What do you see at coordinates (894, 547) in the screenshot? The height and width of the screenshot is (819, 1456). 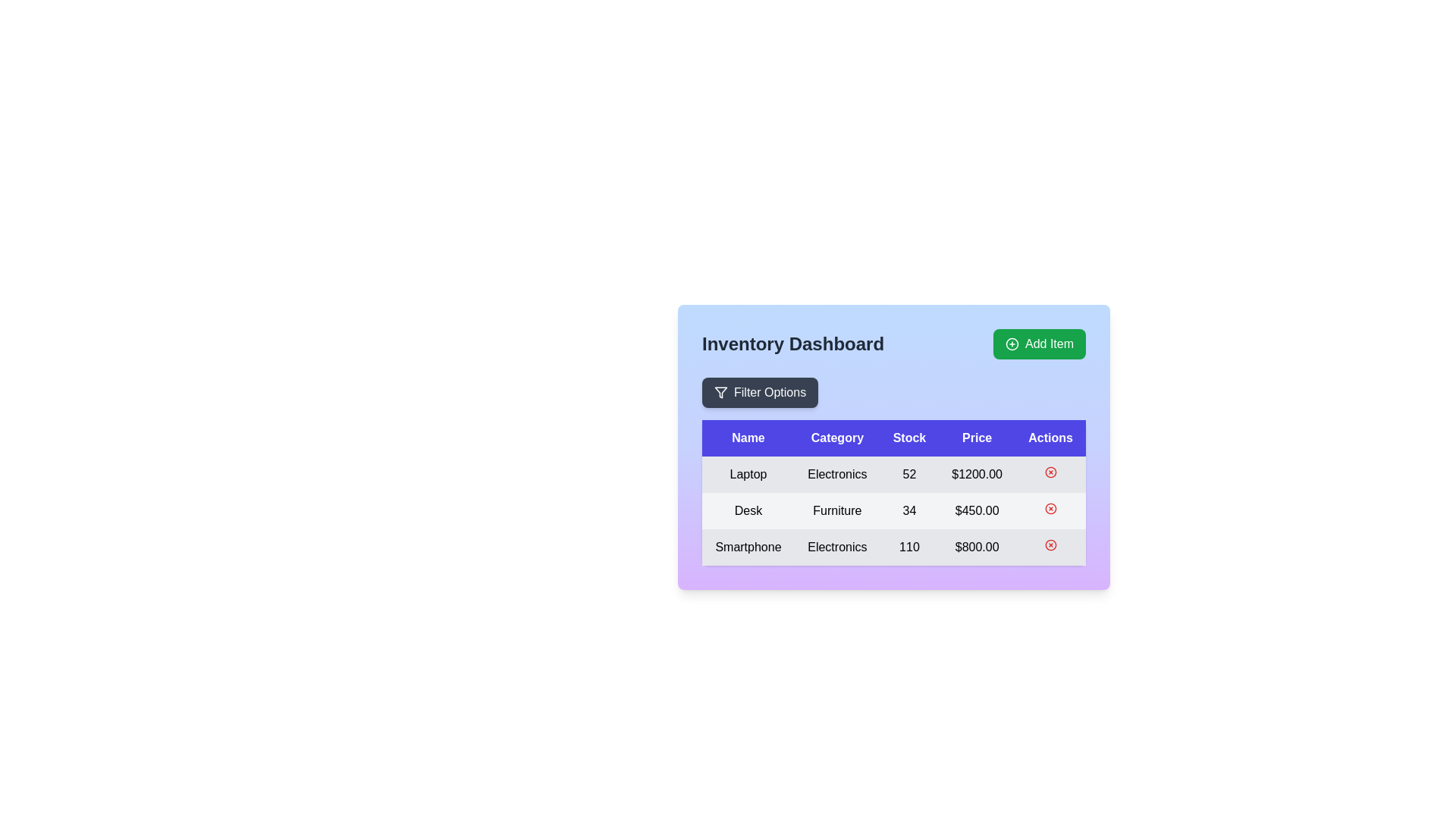 I see `the third row in the table displaying information about the 'Smartphone' product` at bounding box center [894, 547].